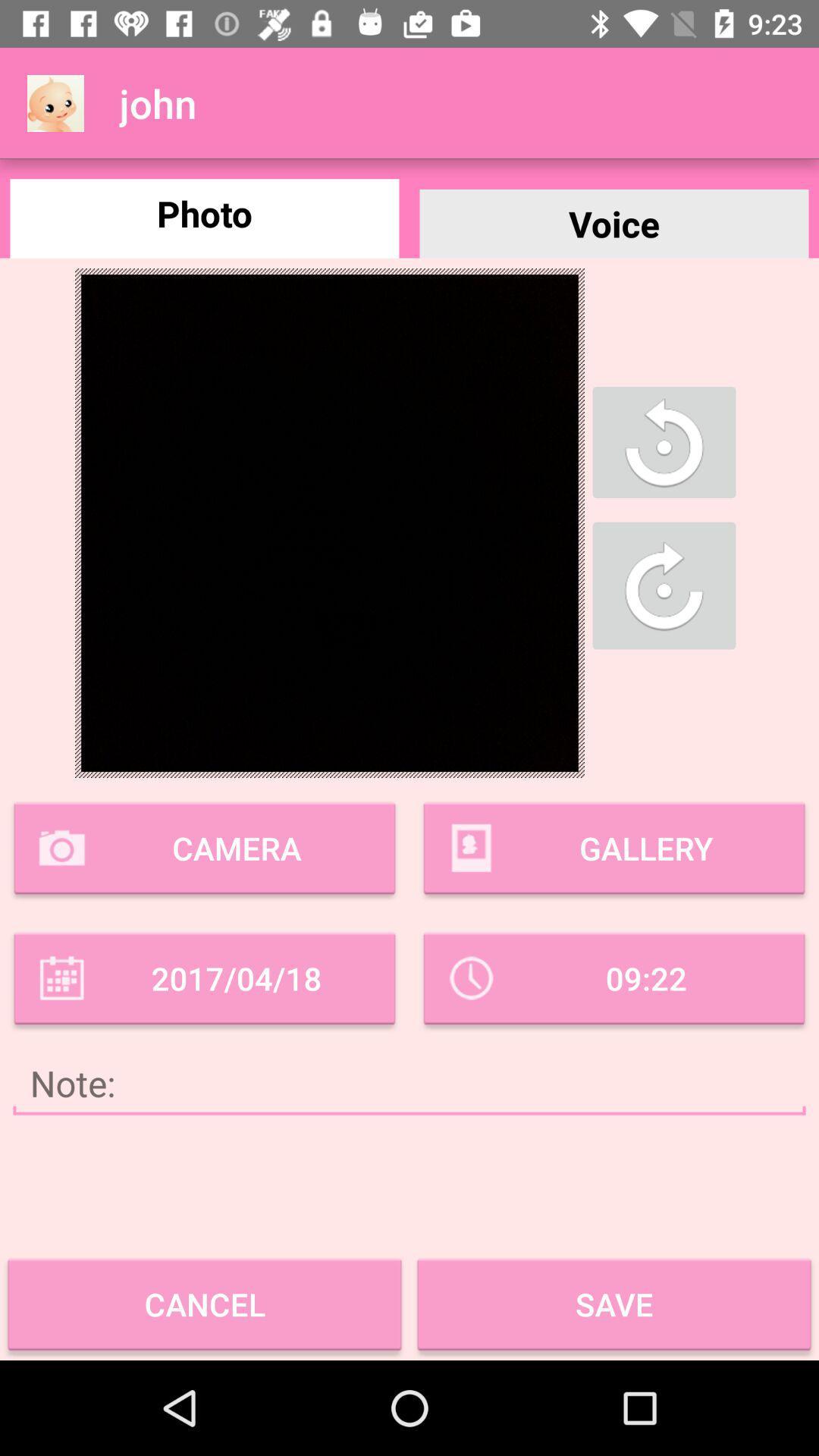 The image size is (819, 1456). Describe the element at coordinates (614, 847) in the screenshot. I see `gallery` at that location.